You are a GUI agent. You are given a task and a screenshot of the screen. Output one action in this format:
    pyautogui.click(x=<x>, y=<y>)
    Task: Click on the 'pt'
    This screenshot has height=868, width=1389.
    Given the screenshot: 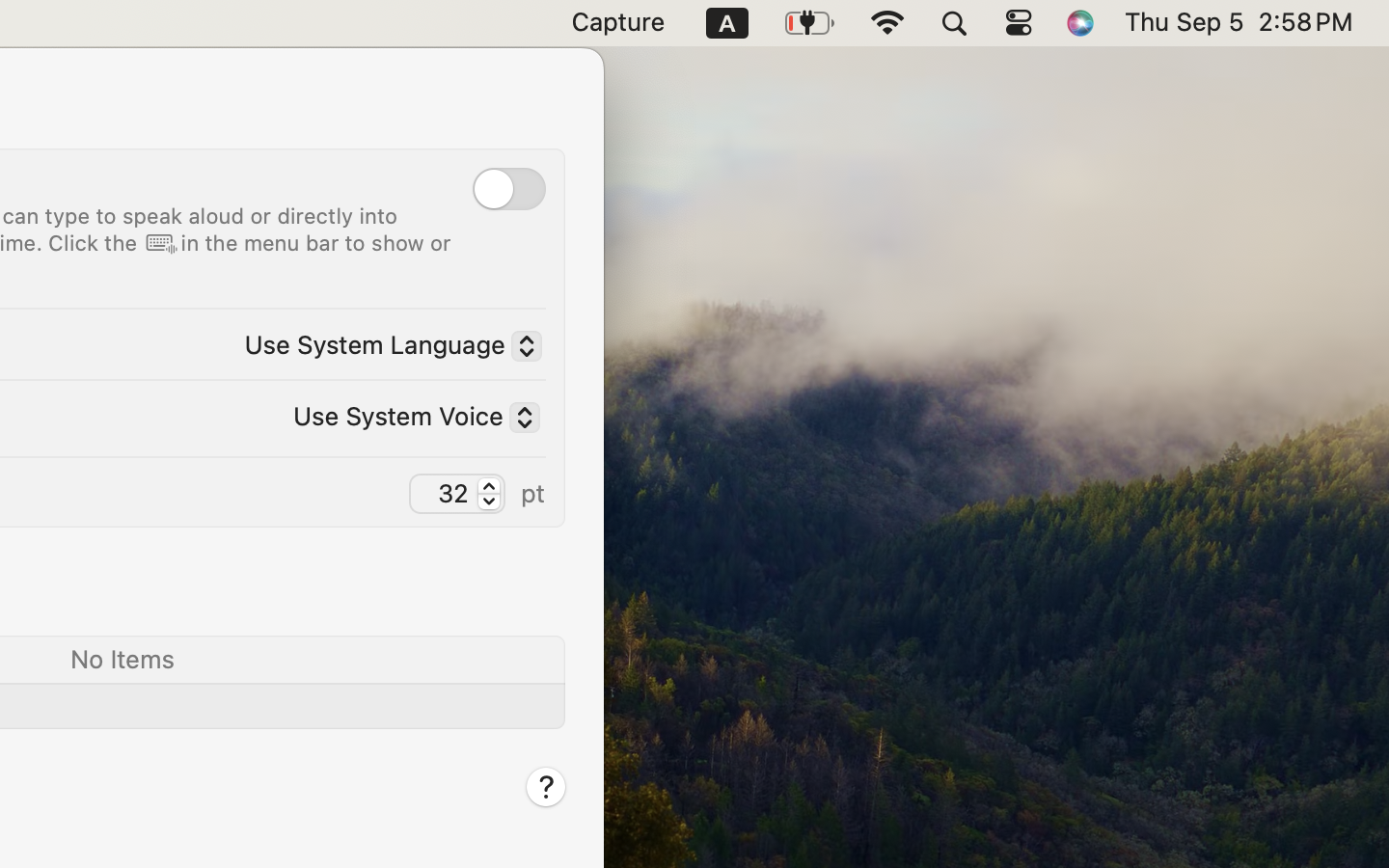 What is the action you would take?
    pyautogui.click(x=532, y=491)
    